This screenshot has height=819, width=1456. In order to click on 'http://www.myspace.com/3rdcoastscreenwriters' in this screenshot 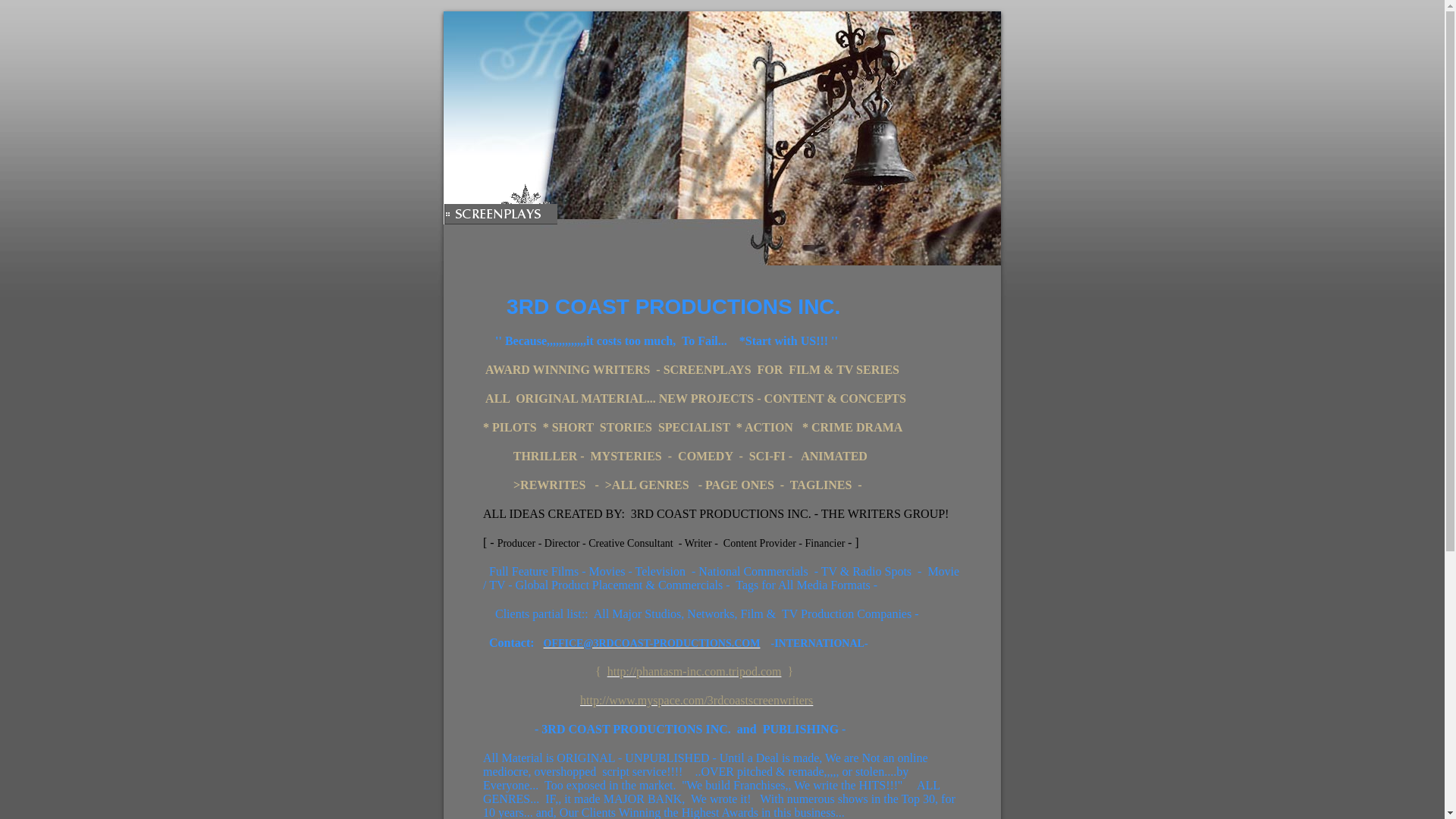, I will do `click(695, 700)`.